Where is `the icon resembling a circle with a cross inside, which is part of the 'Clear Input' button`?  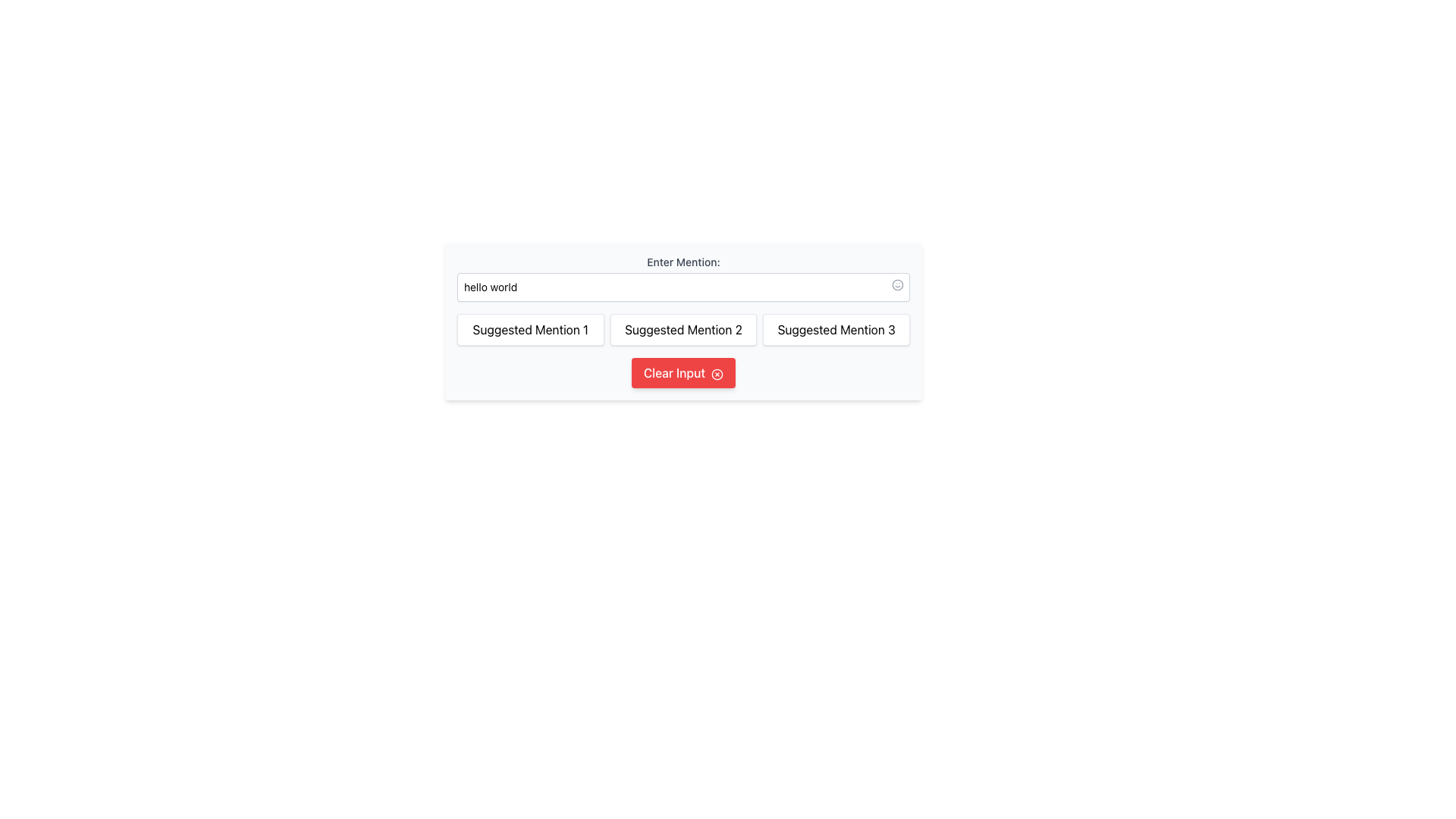 the icon resembling a circle with a cross inside, which is part of the 'Clear Input' button is located at coordinates (717, 374).